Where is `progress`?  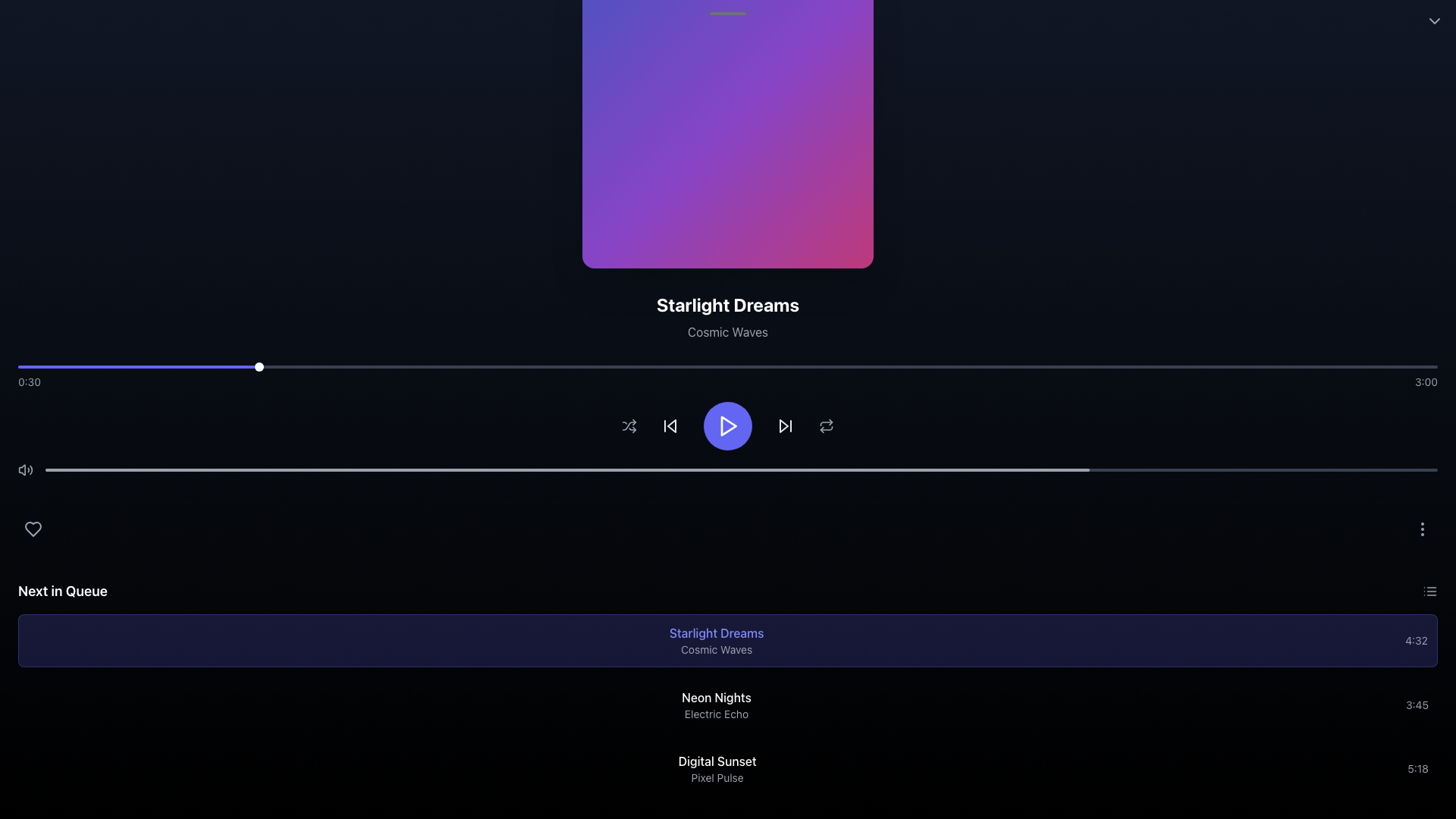
progress is located at coordinates (183, 366).